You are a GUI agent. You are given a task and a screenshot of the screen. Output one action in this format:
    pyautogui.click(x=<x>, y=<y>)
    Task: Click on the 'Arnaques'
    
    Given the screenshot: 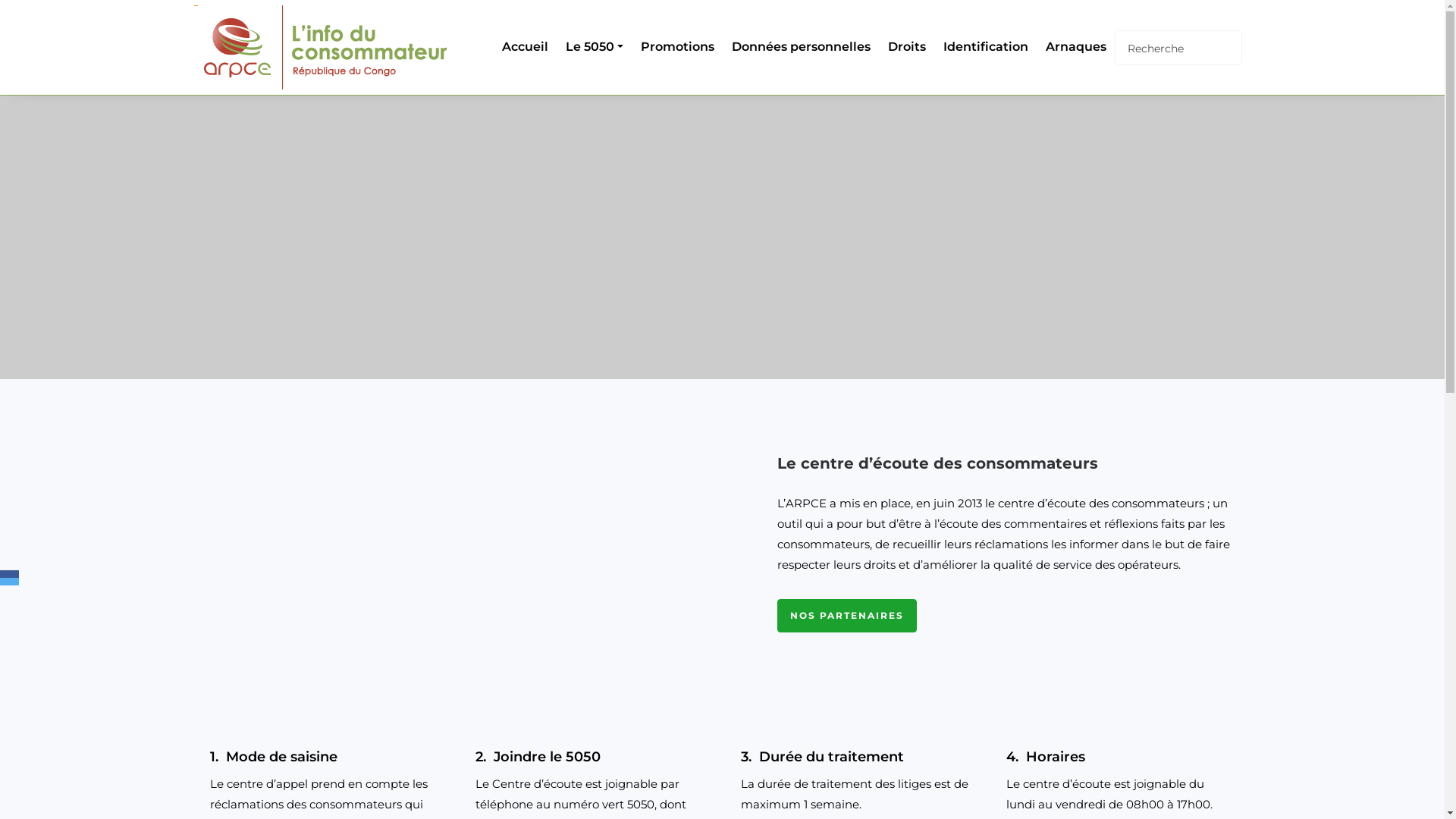 What is the action you would take?
    pyautogui.click(x=1033, y=46)
    